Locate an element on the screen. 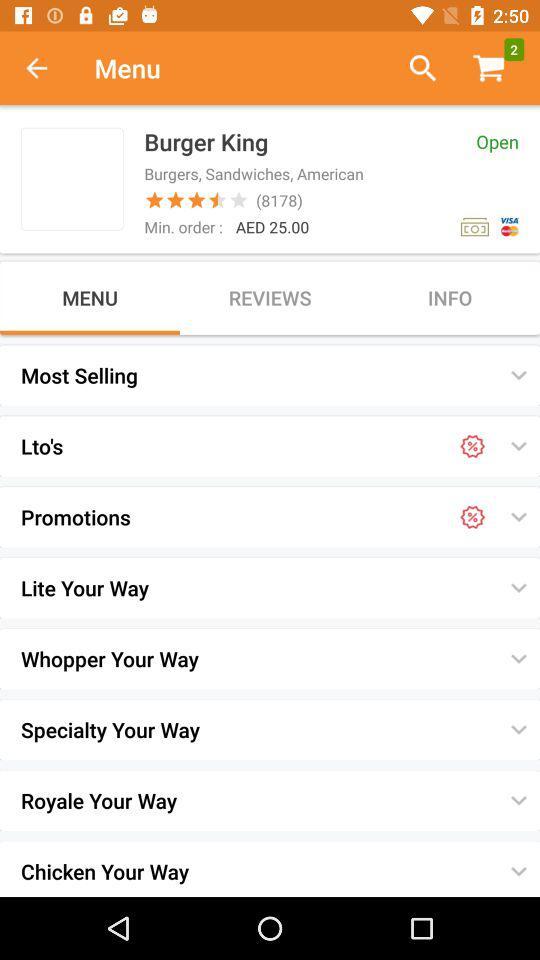 The image size is (540, 960). item next to menu icon is located at coordinates (47, 68).